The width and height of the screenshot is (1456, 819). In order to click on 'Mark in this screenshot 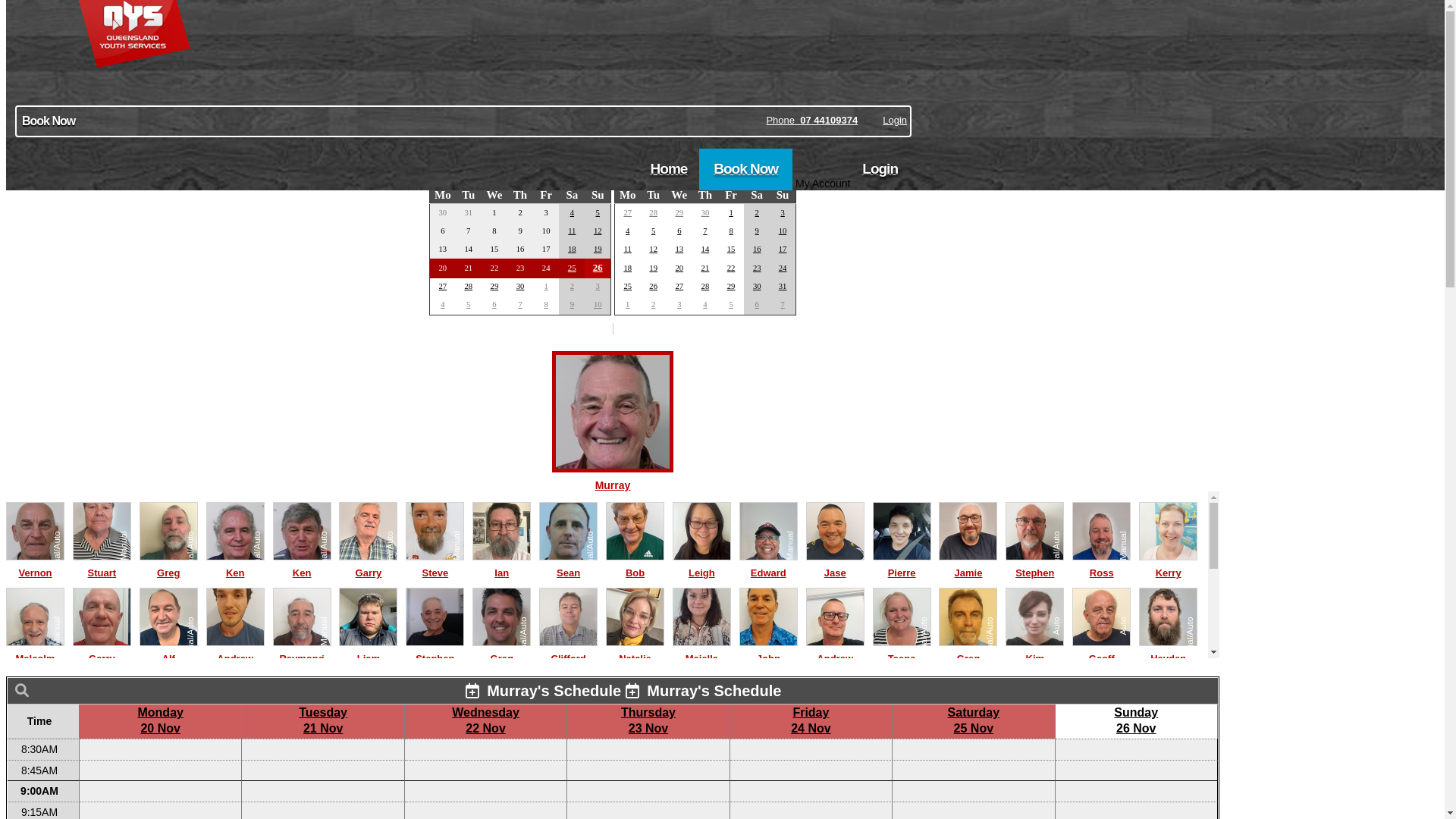, I will do `click(834, 736)`.